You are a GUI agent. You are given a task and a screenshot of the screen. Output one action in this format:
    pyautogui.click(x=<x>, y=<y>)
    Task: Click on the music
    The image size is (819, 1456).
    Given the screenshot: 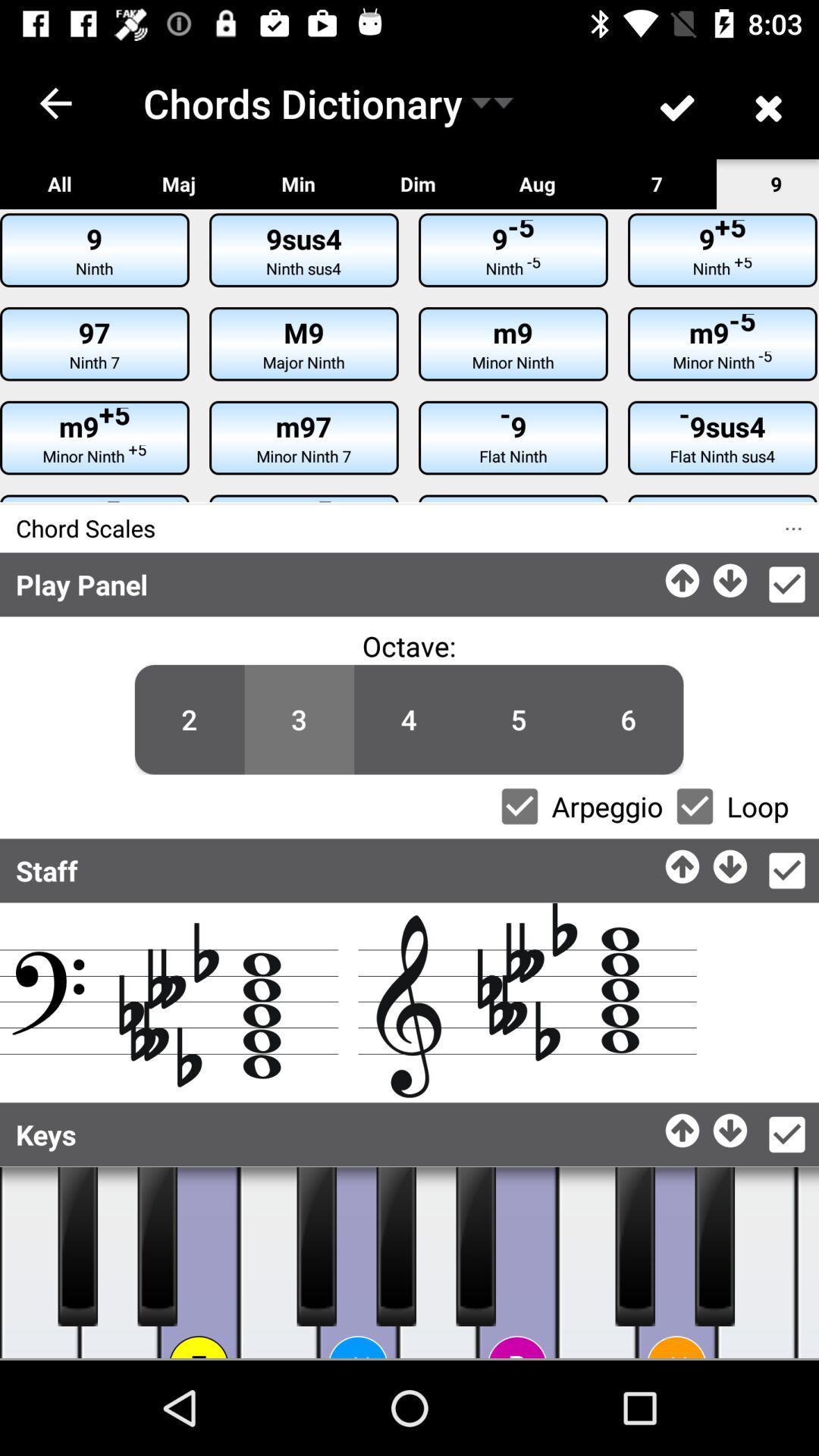 What is the action you would take?
    pyautogui.click(x=730, y=1126)
    